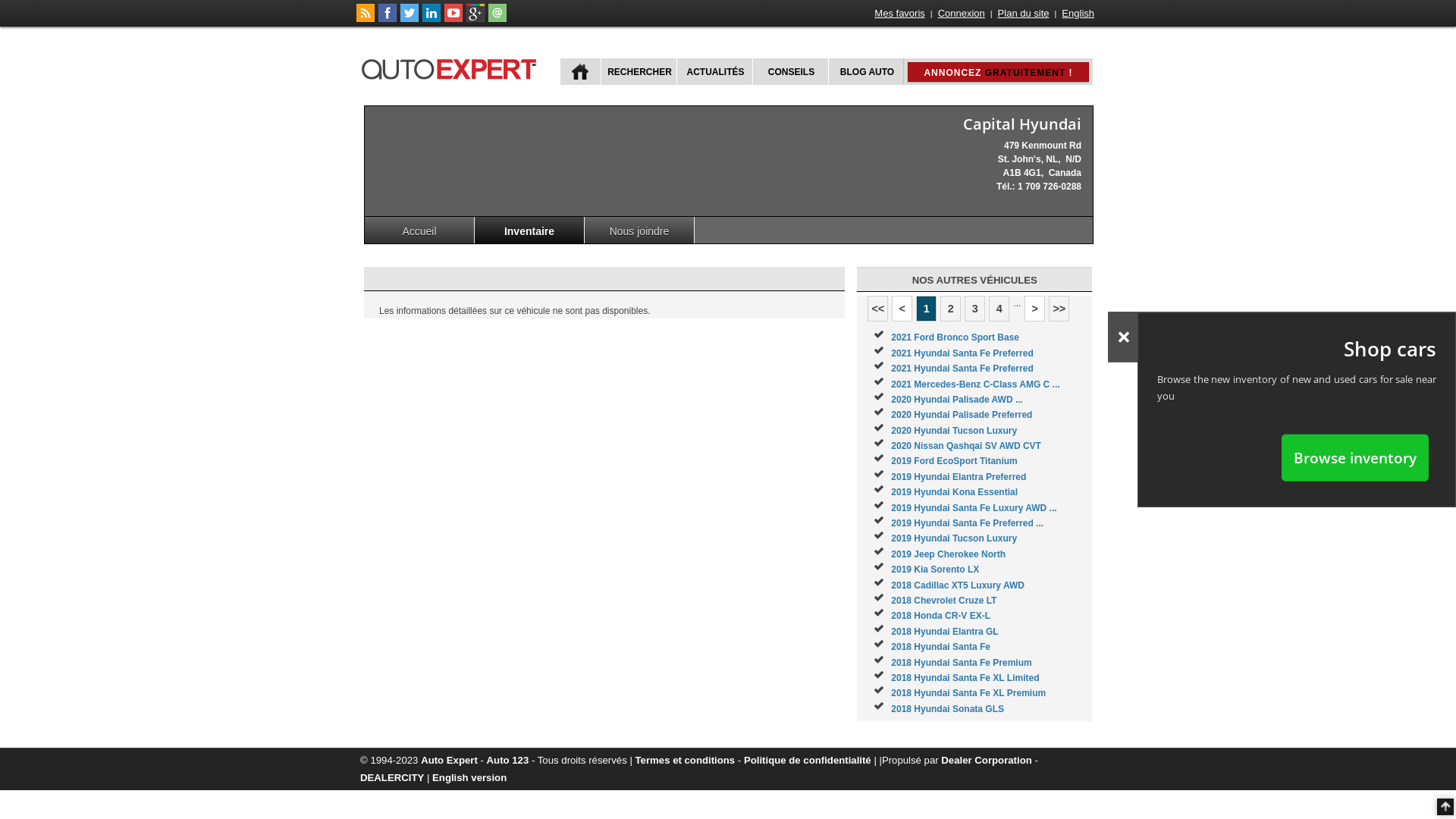 This screenshot has height=819, width=1456. What do you see at coordinates (431, 18) in the screenshot?
I see `'Suivez Publications Le Guide Inc. sur LinkedIn'` at bounding box center [431, 18].